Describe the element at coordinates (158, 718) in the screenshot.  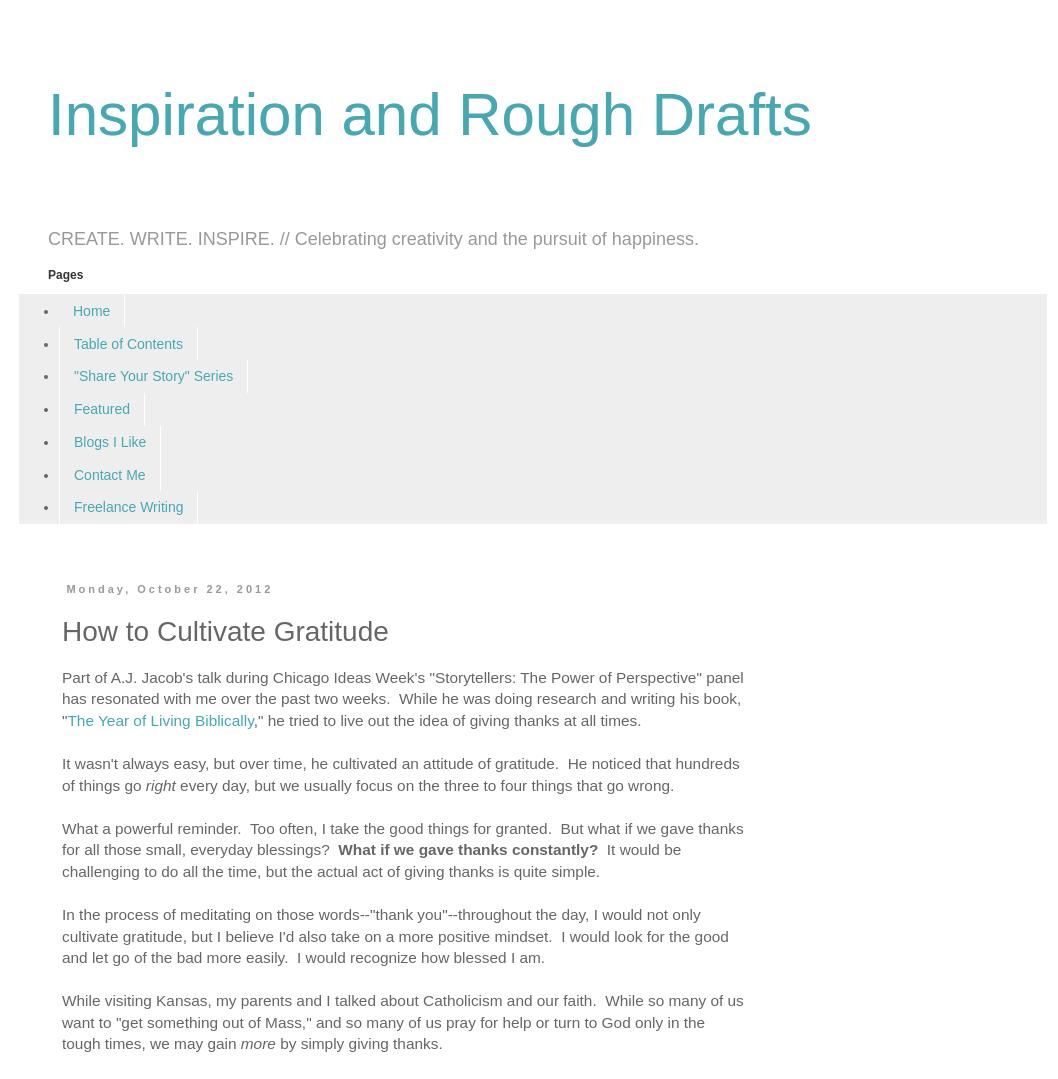
I see `'The Year of Living Biblically'` at that location.